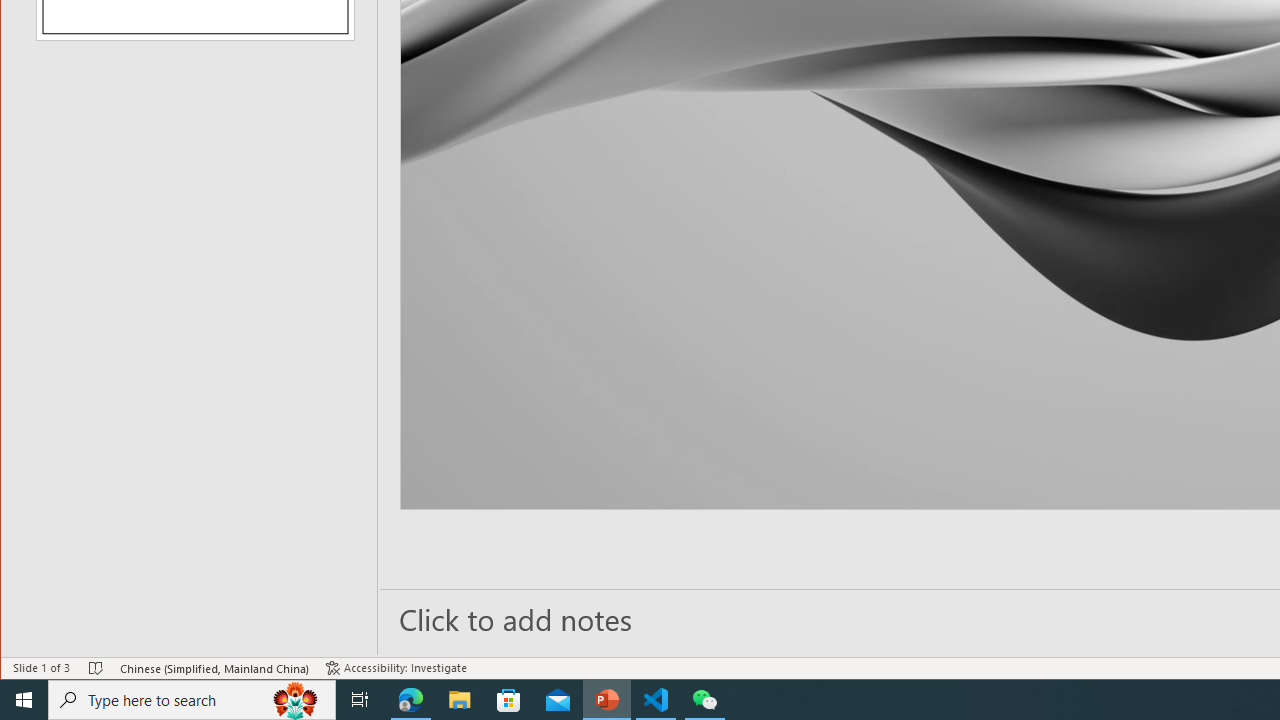  I want to click on 'Microsoft Store', so click(509, 698).